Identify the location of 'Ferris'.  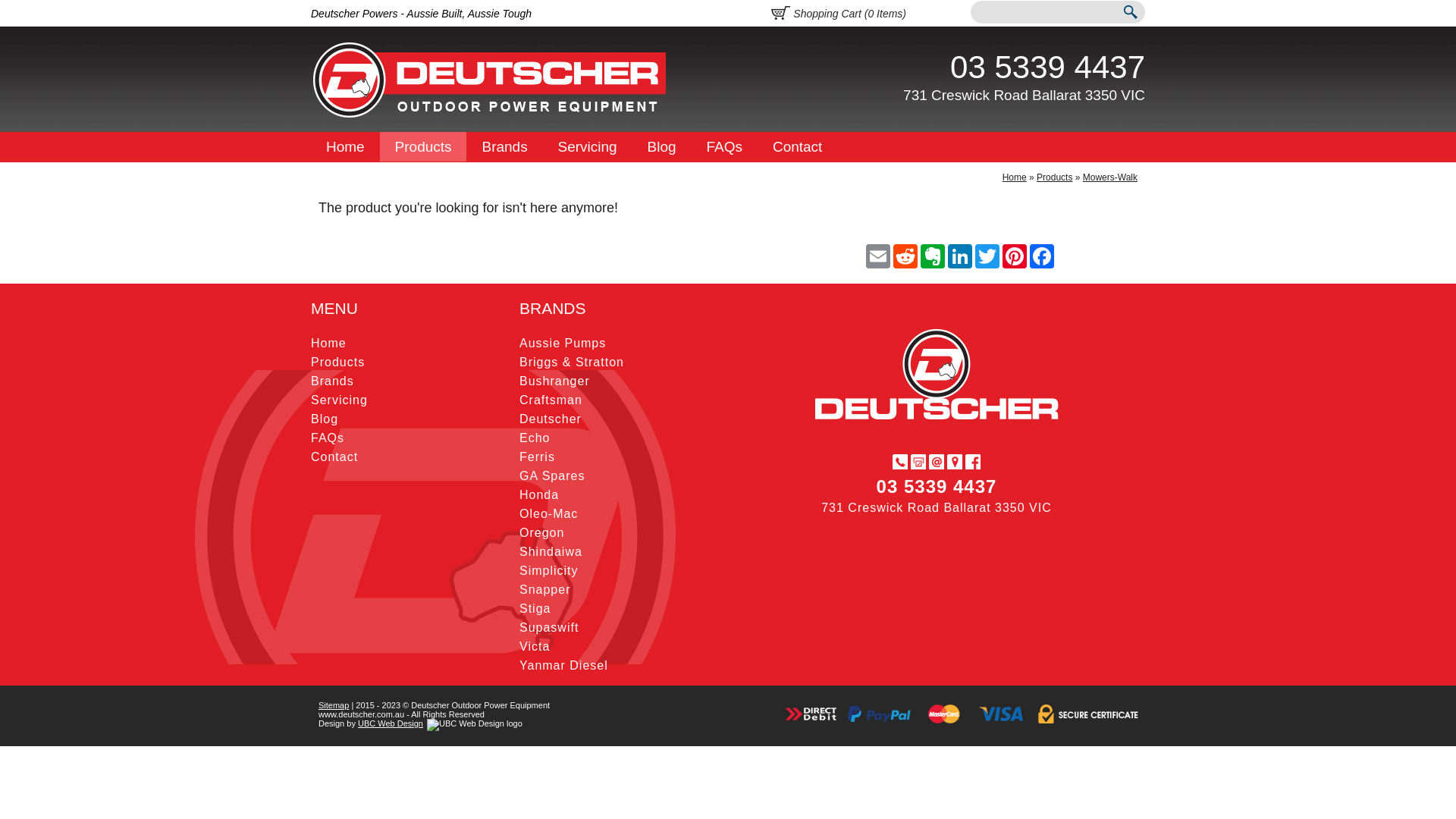
(537, 456).